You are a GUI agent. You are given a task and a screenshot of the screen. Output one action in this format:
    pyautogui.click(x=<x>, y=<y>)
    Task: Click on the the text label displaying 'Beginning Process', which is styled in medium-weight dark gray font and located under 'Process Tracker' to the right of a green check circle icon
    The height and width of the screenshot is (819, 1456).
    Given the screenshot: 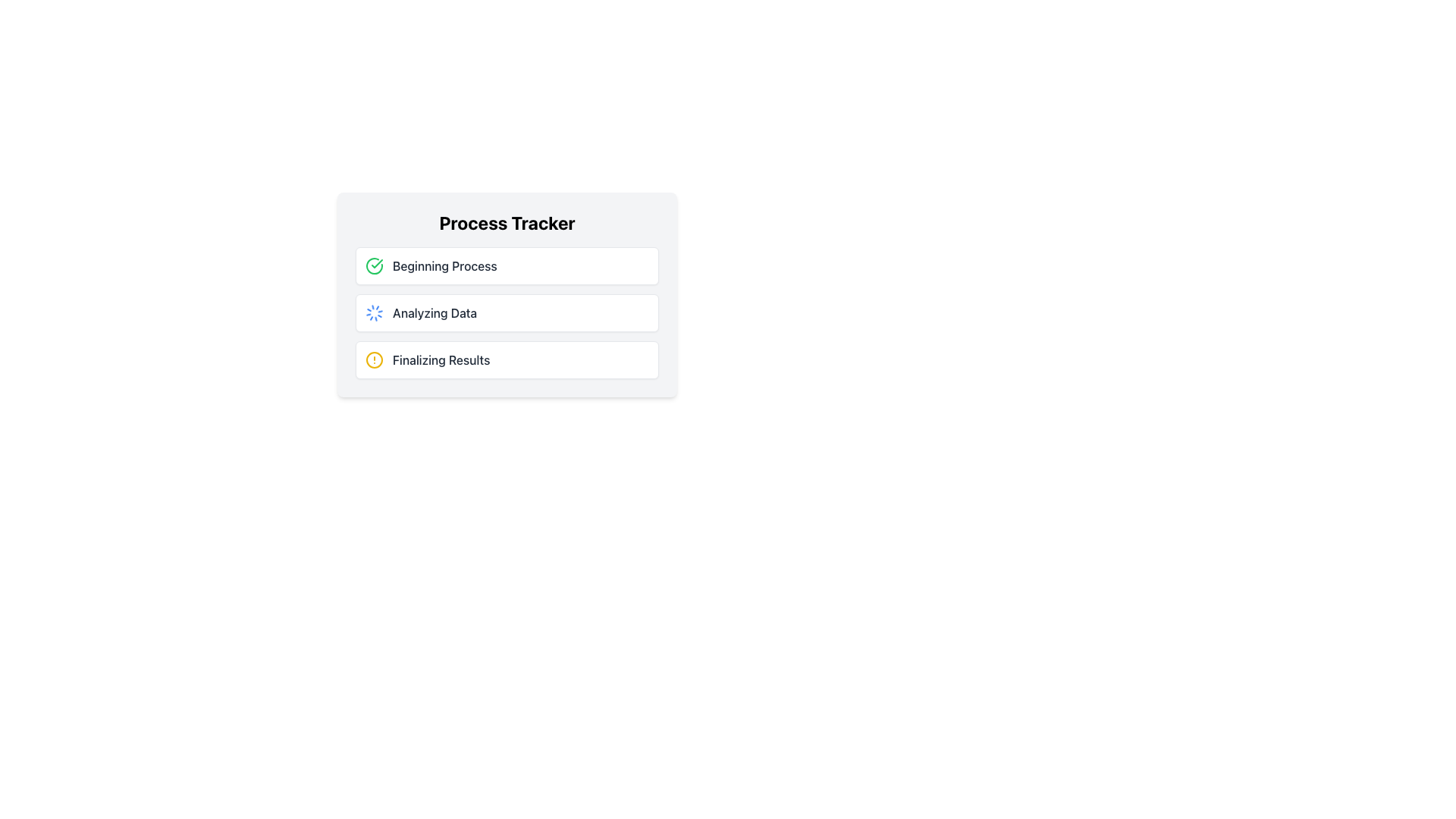 What is the action you would take?
    pyautogui.click(x=444, y=265)
    